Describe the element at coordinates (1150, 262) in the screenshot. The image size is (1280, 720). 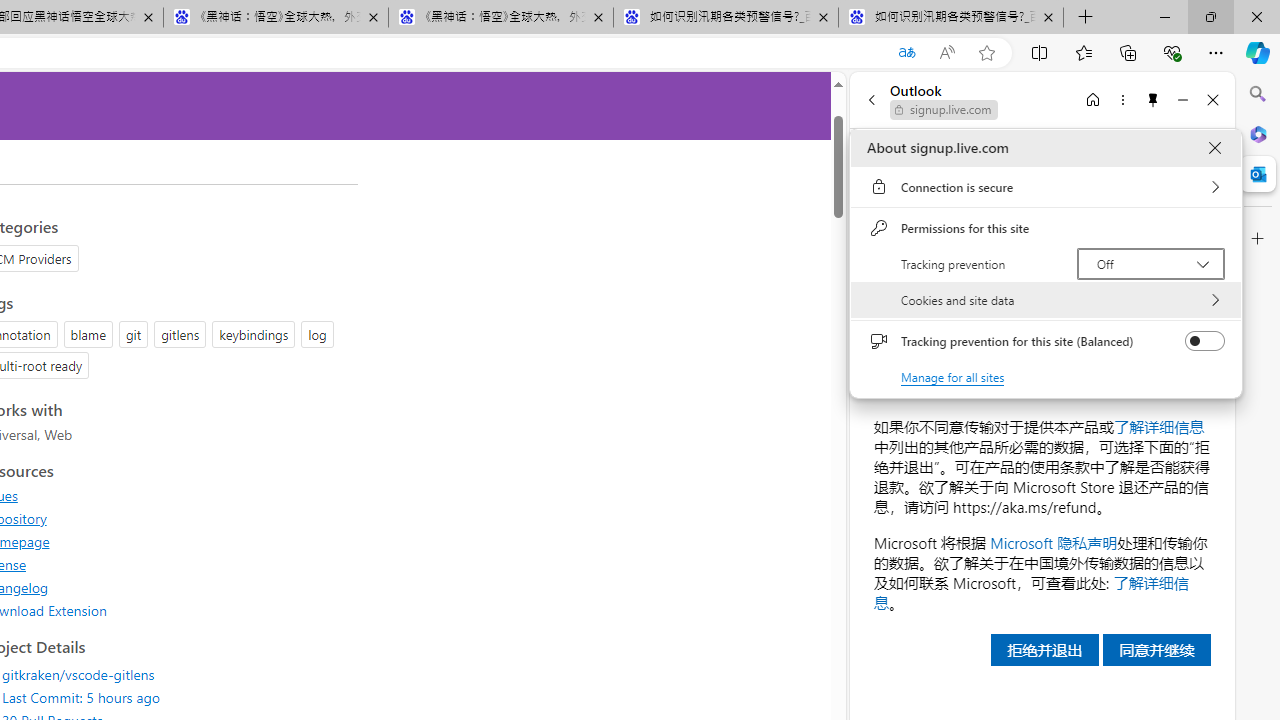
I see `'Tracking prevention Off'` at that location.